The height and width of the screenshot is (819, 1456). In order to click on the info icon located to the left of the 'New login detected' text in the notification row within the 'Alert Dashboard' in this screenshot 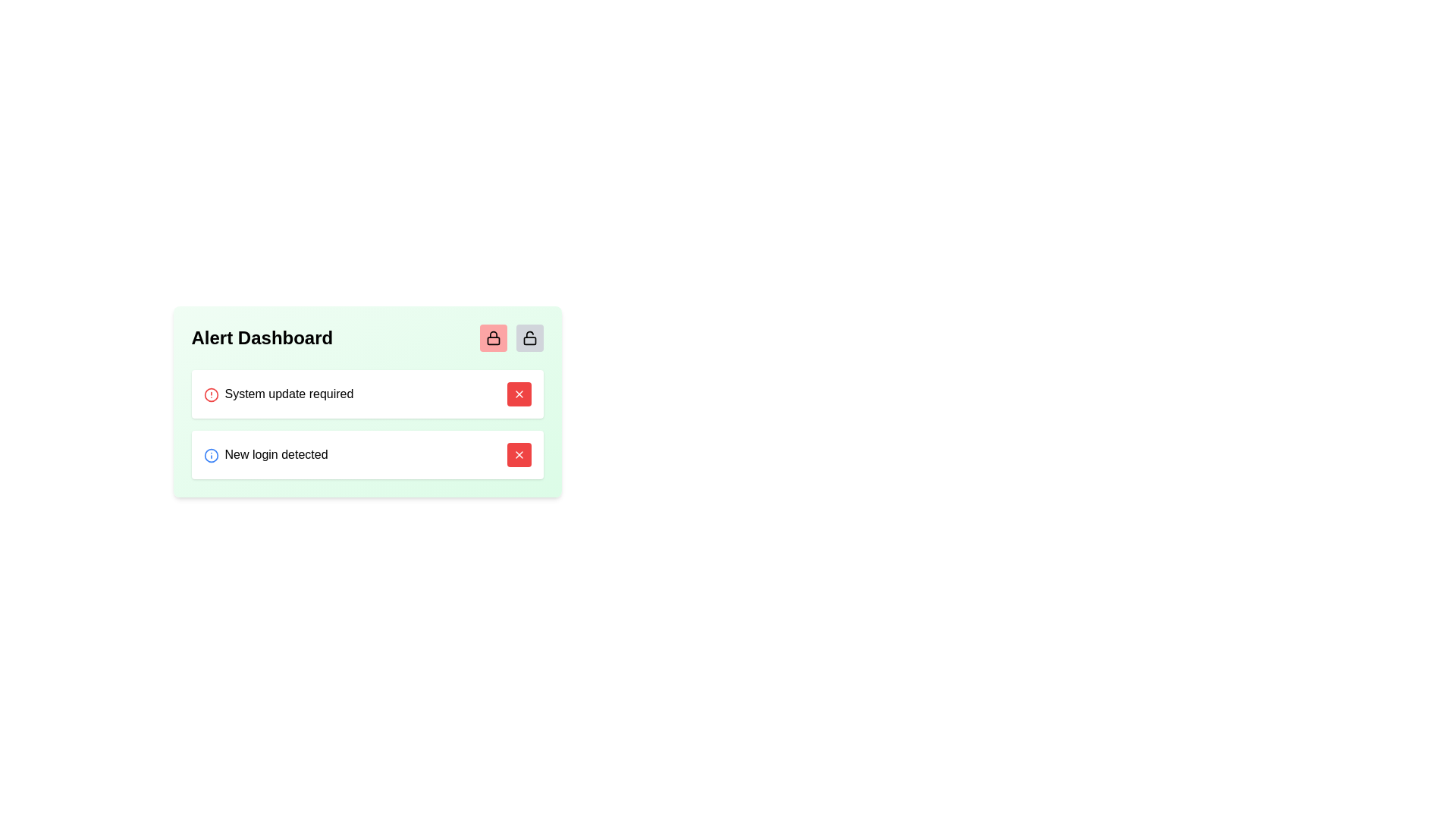, I will do `click(210, 454)`.